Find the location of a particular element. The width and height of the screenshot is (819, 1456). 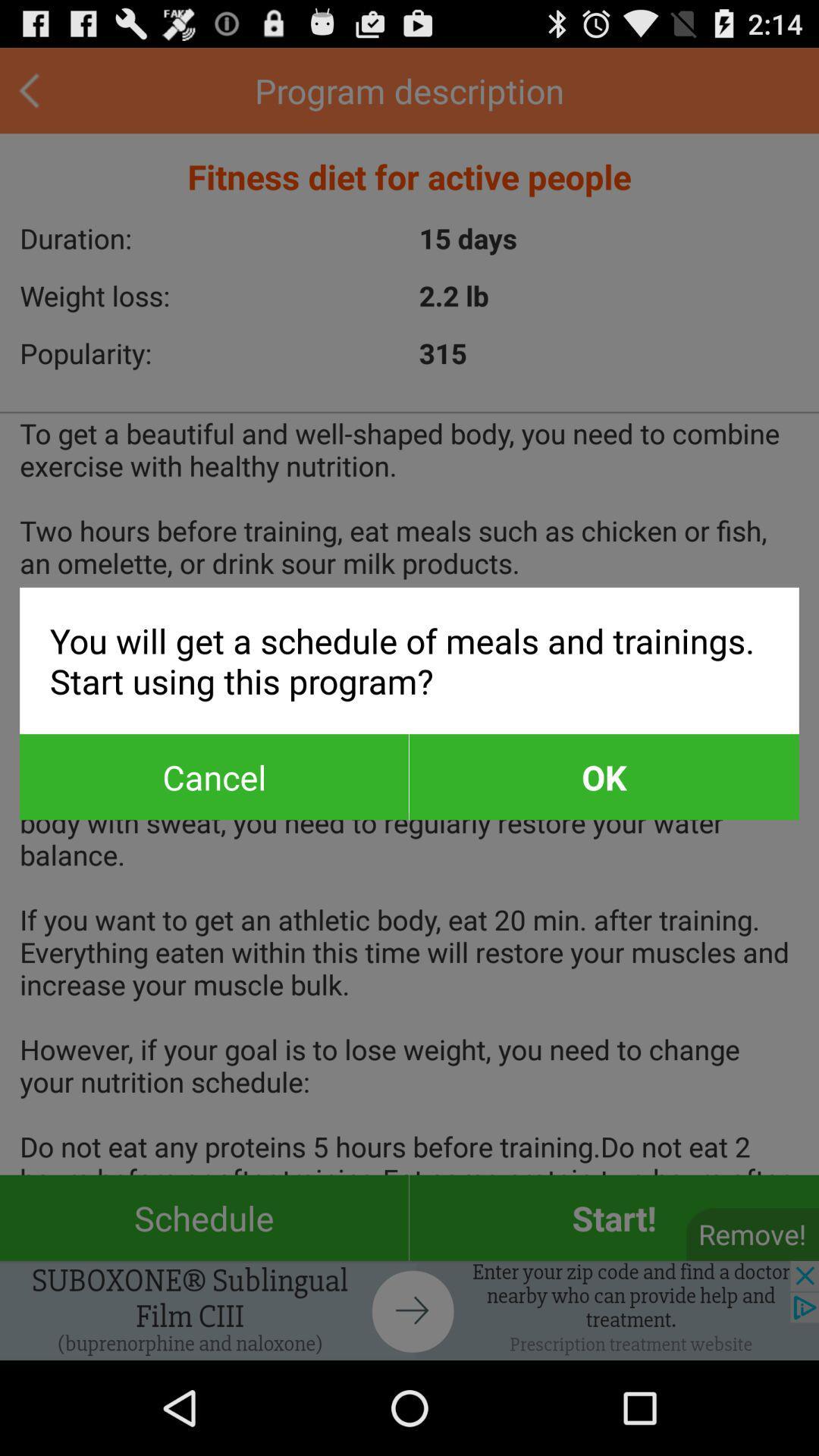

item on the left is located at coordinates (214, 777).